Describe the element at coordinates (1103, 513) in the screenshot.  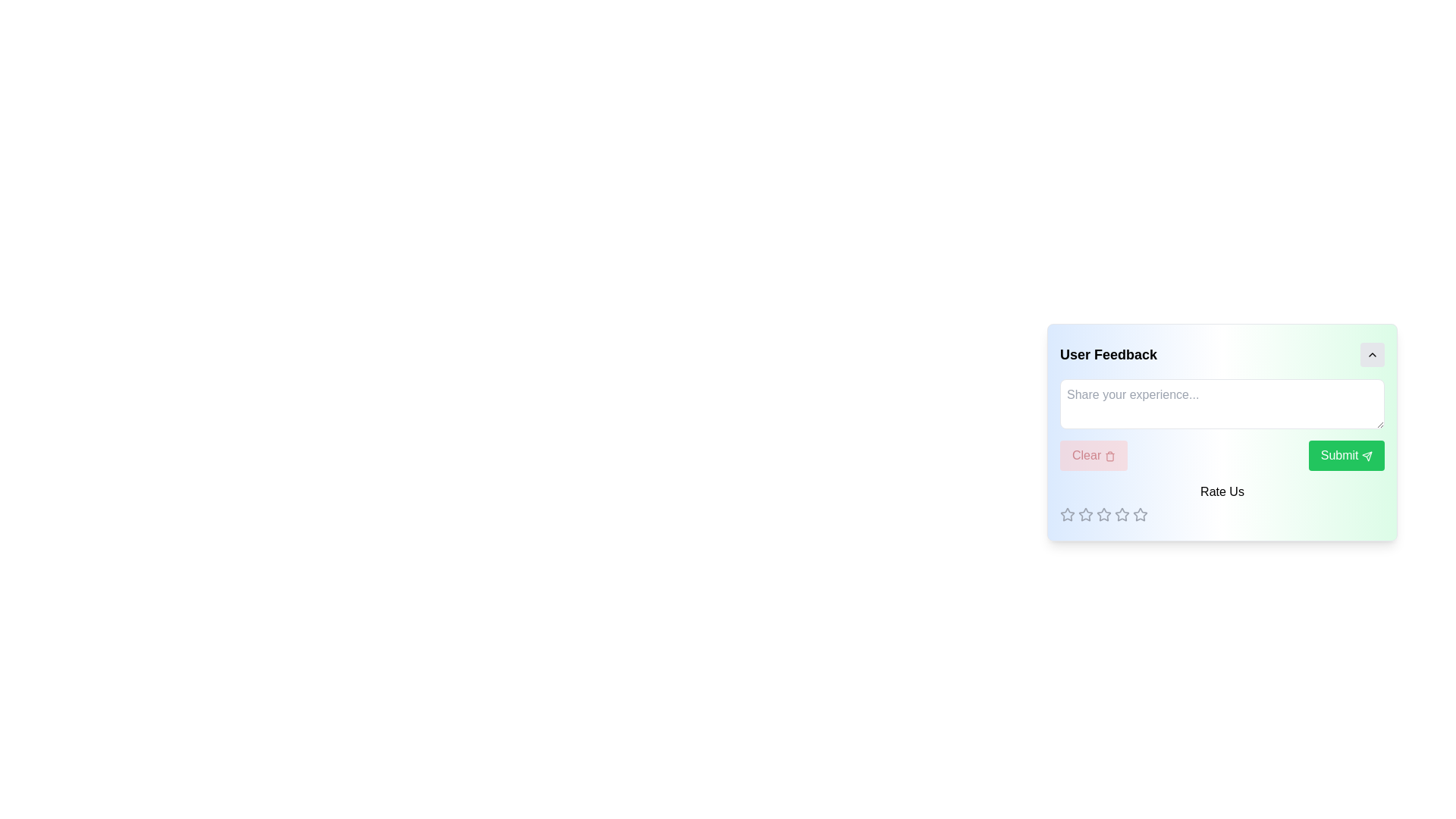
I see `the leftmost star icon` at that location.